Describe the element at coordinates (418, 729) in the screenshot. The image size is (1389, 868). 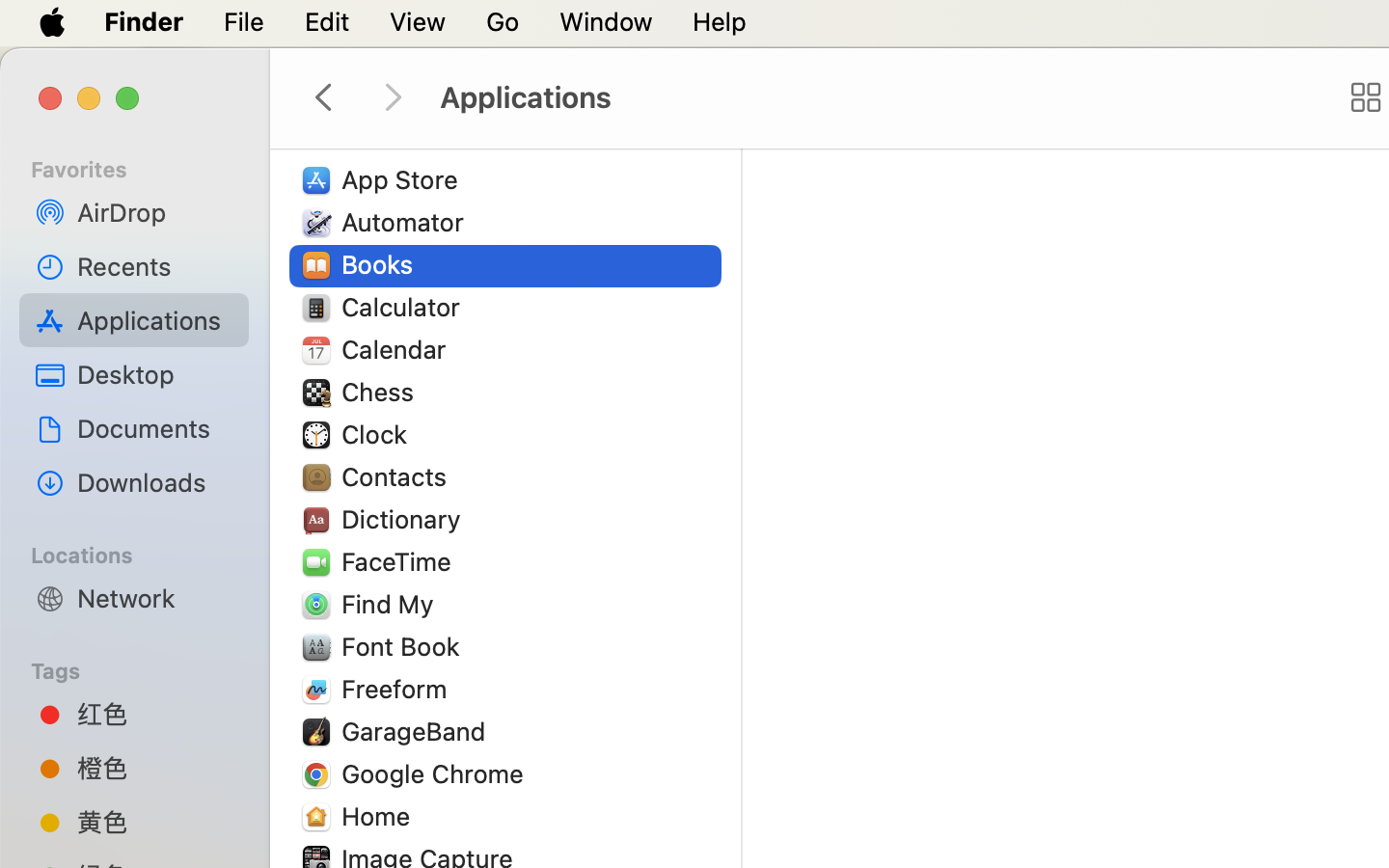
I see `'GarageBand'` at that location.